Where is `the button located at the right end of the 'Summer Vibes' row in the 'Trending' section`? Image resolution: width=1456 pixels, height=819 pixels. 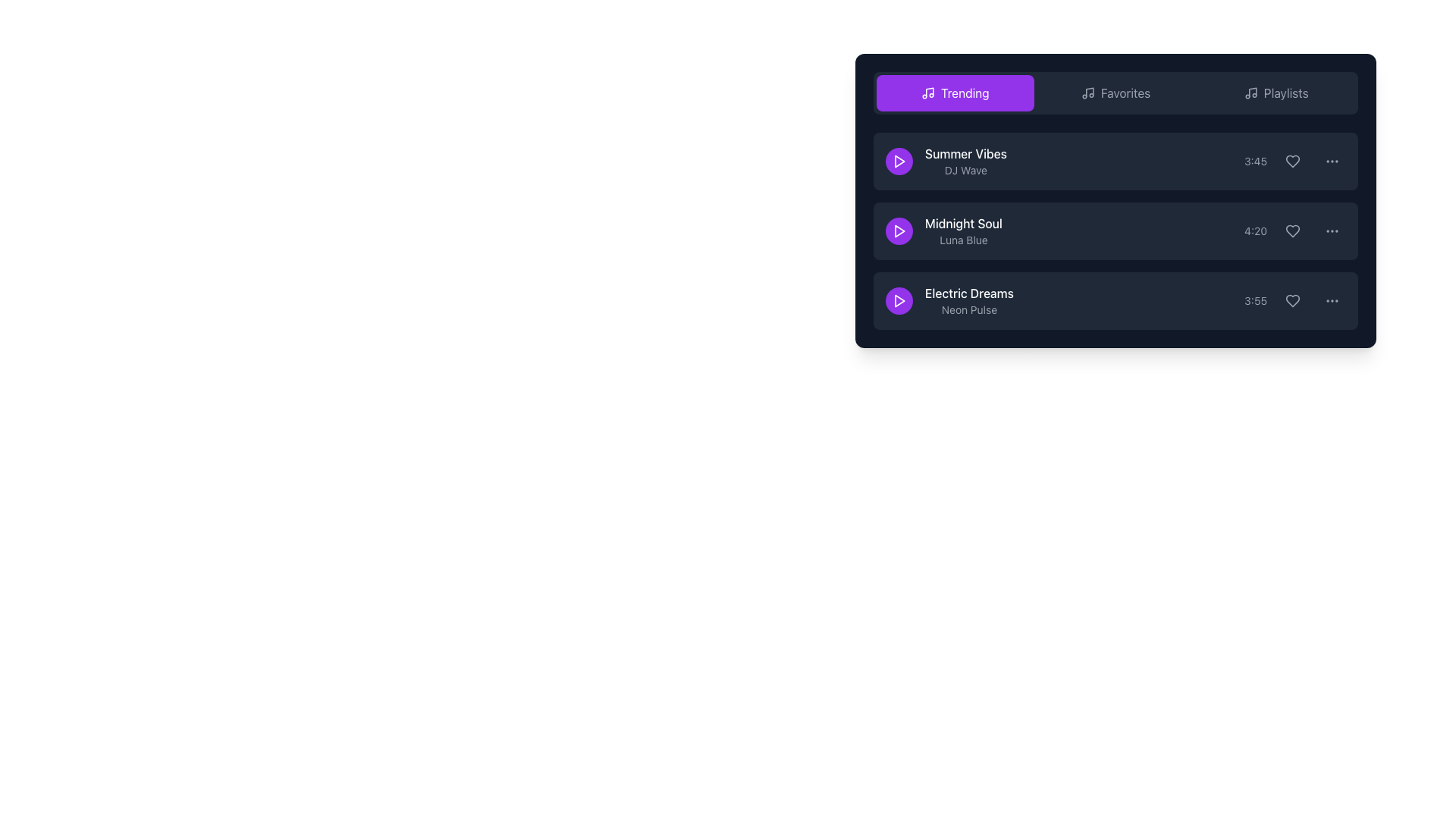 the button located at the right end of the 'Summer Vibes' row in the 'Trending' section is located at coordinates (1291, 161).